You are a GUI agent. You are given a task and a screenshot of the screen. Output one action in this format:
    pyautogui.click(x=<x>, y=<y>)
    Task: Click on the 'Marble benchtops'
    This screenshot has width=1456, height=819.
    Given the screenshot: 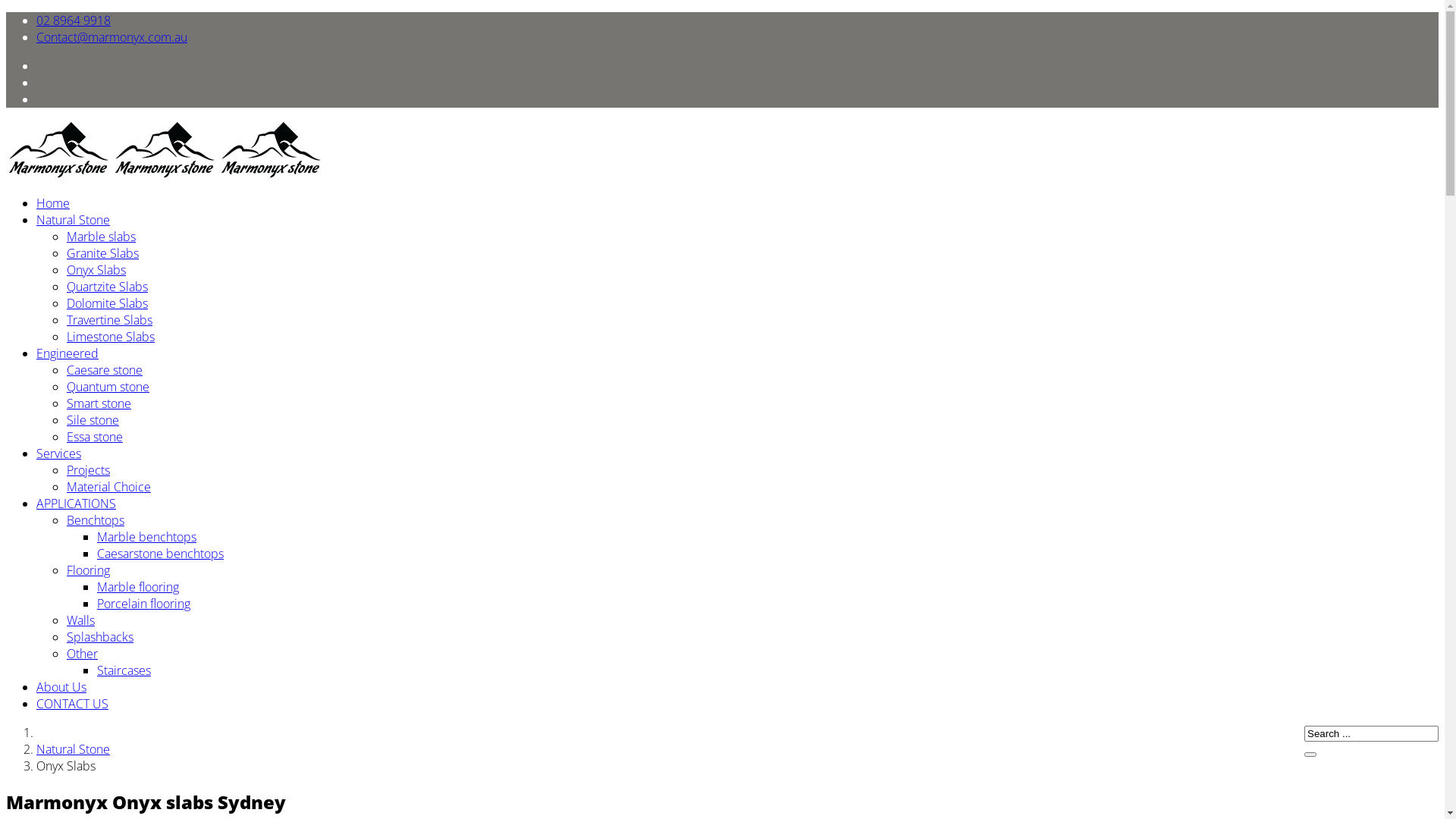 What is the action you would take?
    pyautogui.click(x=146, y=536)
    